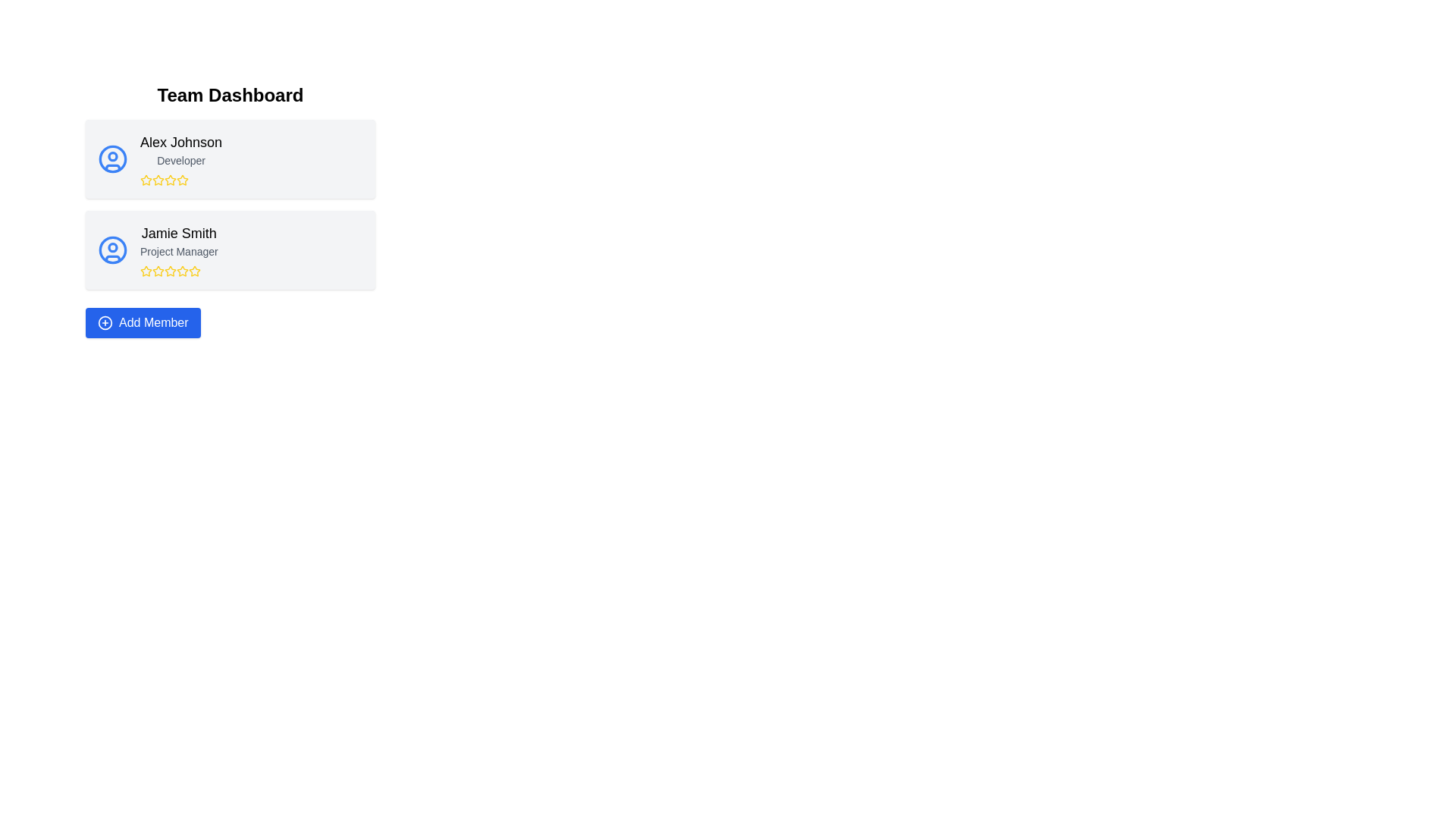 The image size is (1456, 819). I want to click on the label displaying 'Jamie Smith' and 'Project Manager', which is centrally located within the second card of the team dashboard, above the 'Add Member' button, so click(179, 249).